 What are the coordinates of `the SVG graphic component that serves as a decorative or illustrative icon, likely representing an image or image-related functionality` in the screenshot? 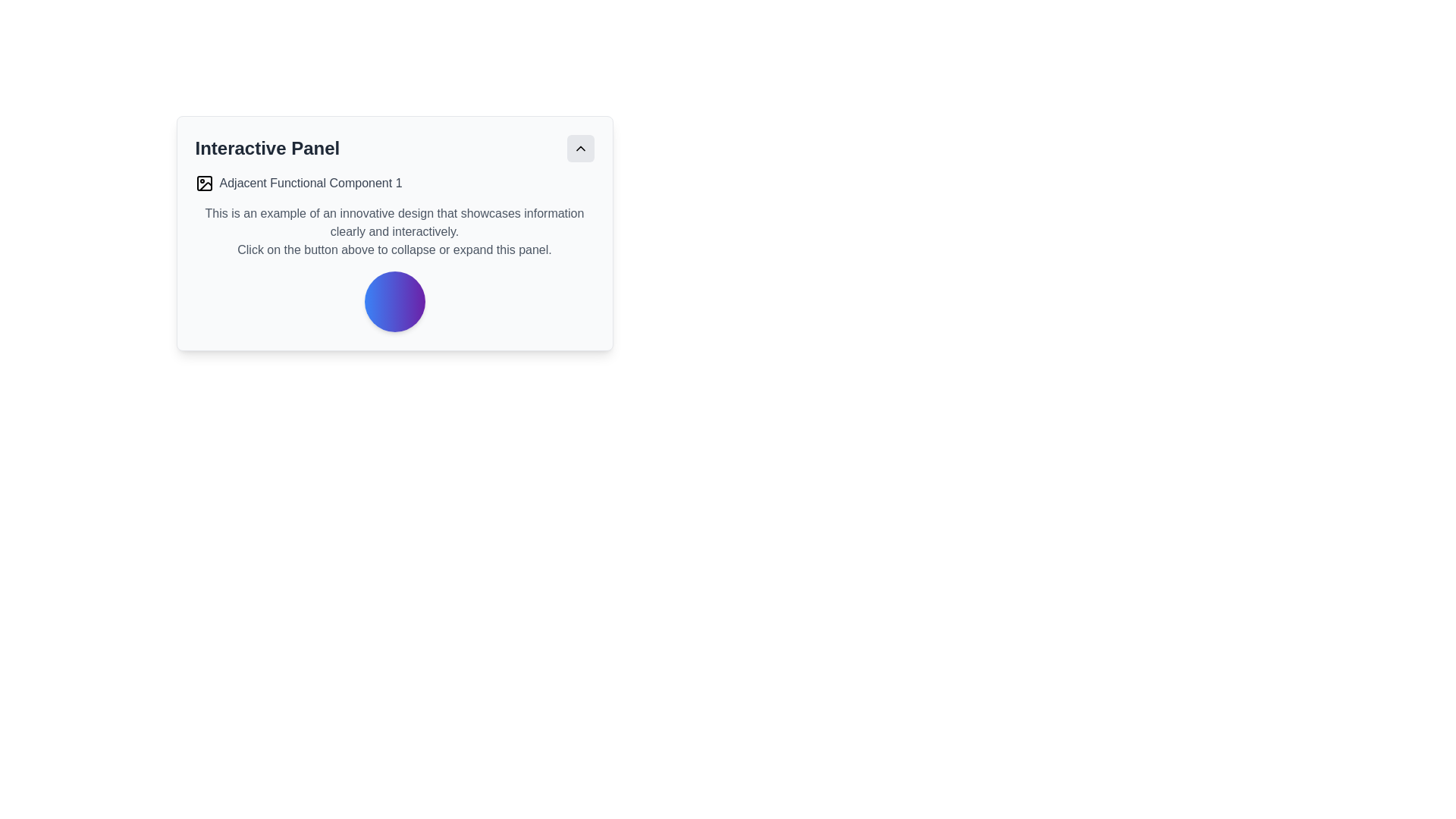 It's located at (203, 183).